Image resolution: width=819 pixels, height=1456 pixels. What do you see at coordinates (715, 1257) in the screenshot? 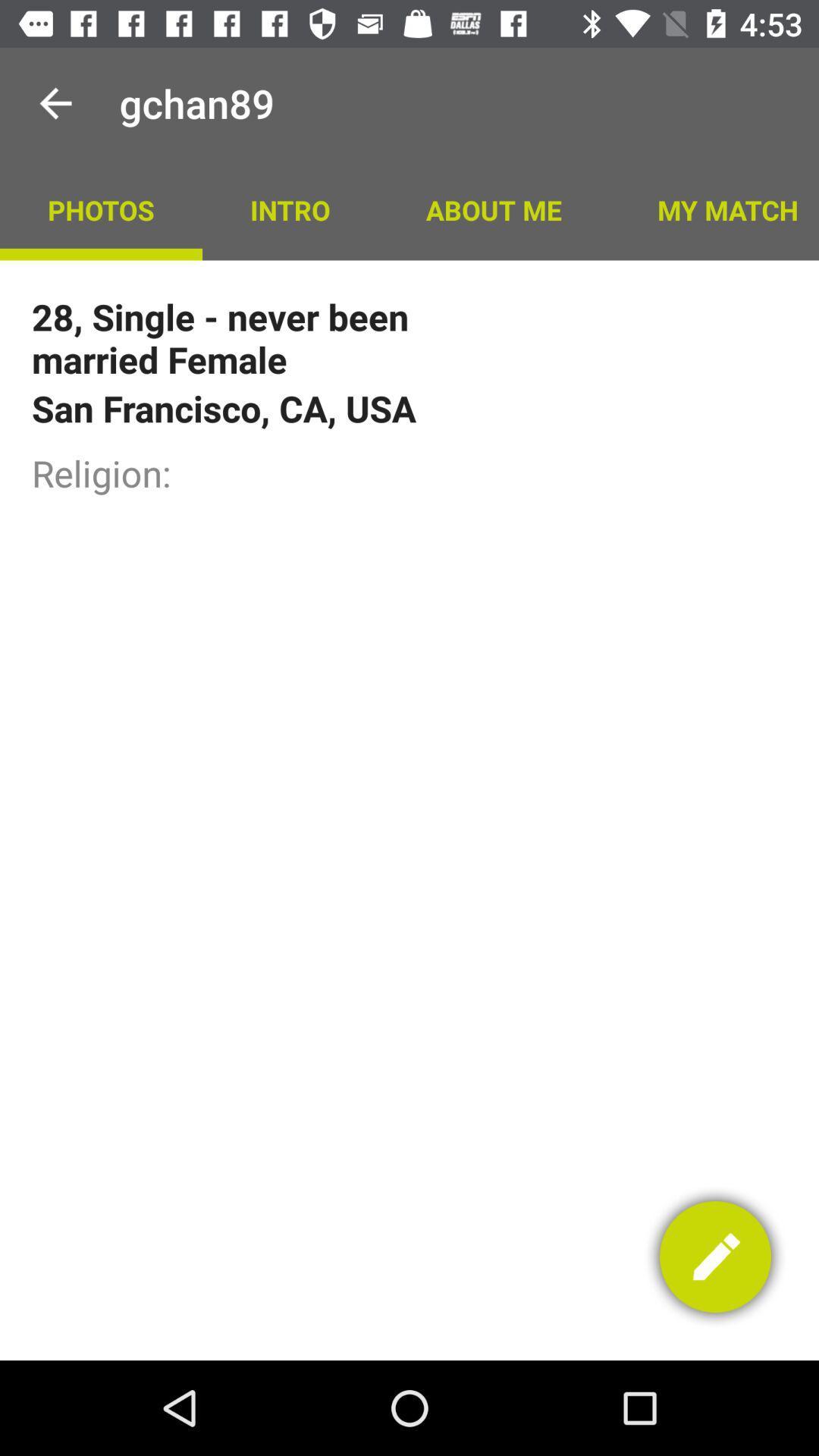
I see `the edit icon` at bounding box center [715, 1257].